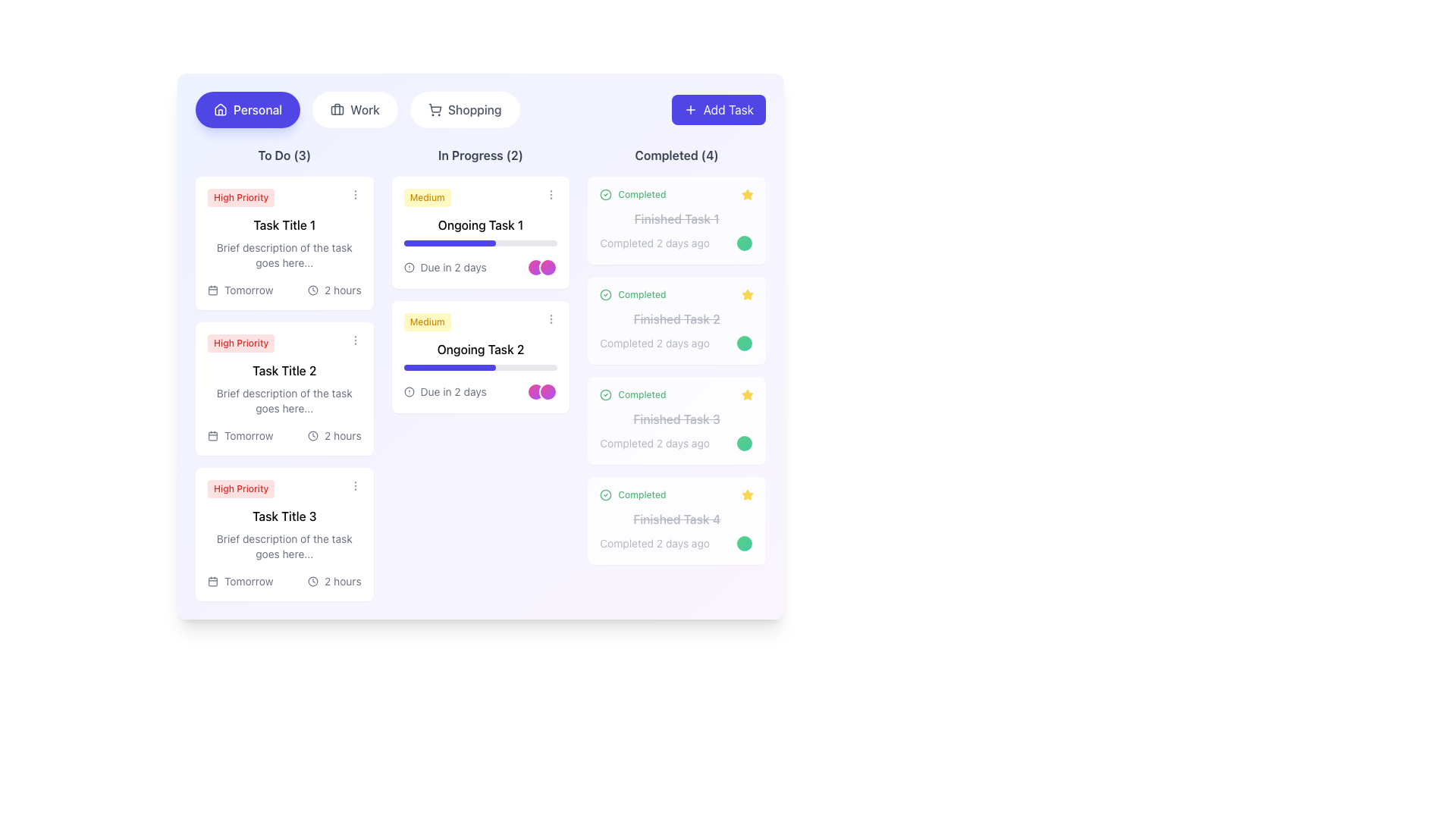 The width and height of the screenshot is (1456, 819). What do you see at coordinates (284, 343) in the screenshot?
I see `the 'High Priority' label with a red background and red text located at the top-left corner of the task card titled 'Task Title 2' in the 'To Do' section` at bounding box center [284, 343].